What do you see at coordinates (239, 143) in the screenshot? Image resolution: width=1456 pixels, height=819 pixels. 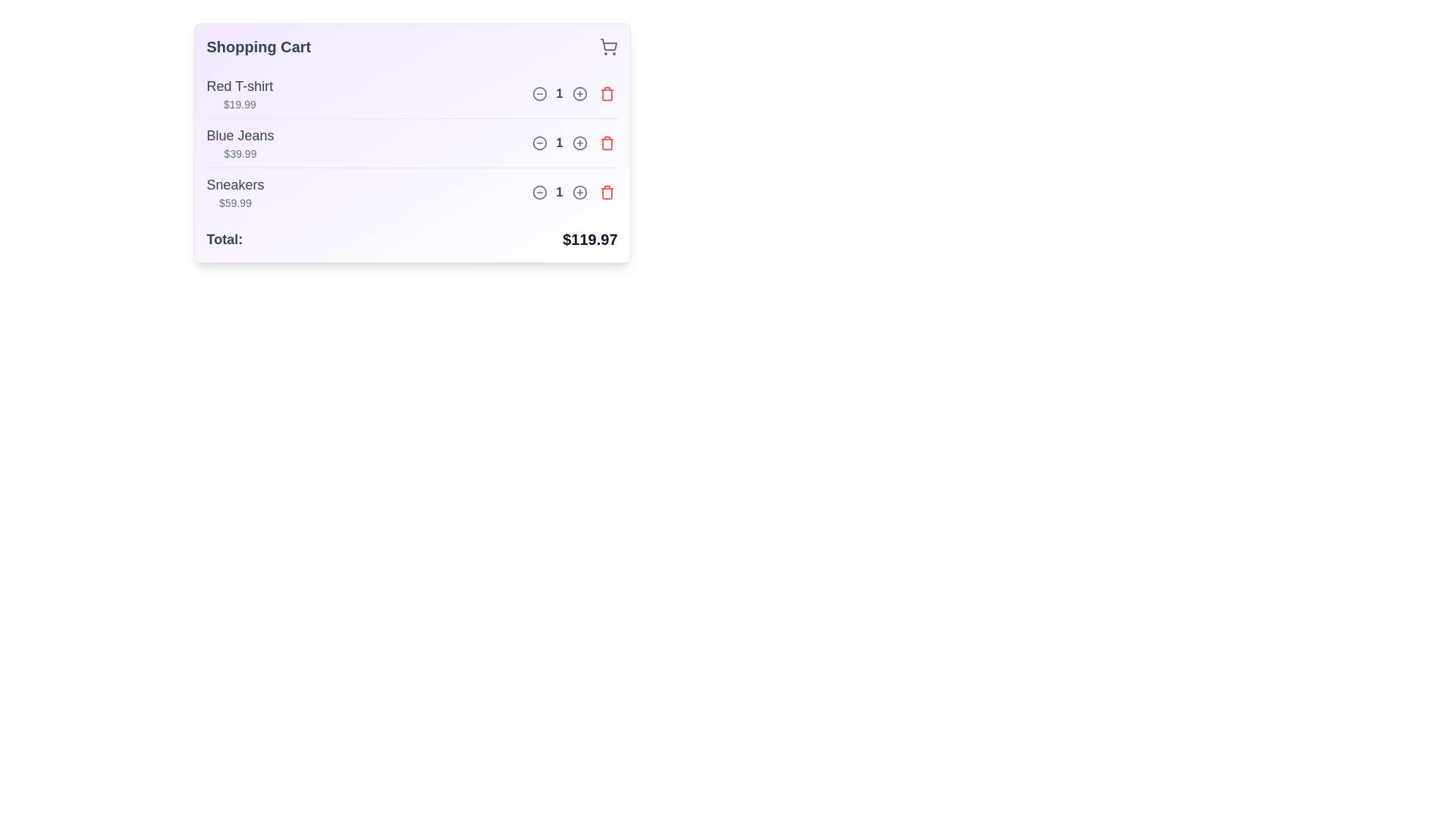 I see `the Text display element that shows 'Blue Jeans' and '$39.99', located in the shopping cart list as the second item` at bounding box center [239, 143].